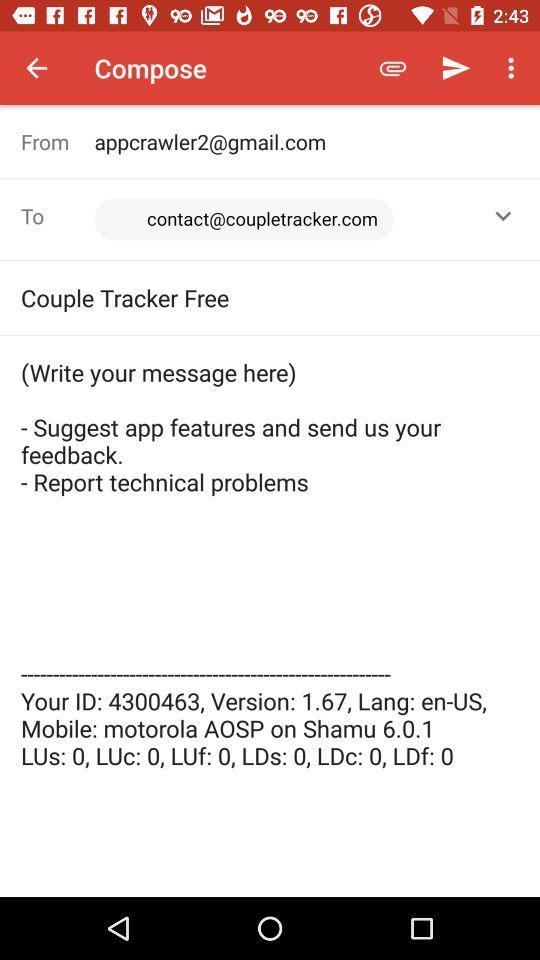 This screenshot has width=540, height=960. Describe the element at coordinates (274, 219) in the screenshot. I see `the icon to the right of the from item` at that location.